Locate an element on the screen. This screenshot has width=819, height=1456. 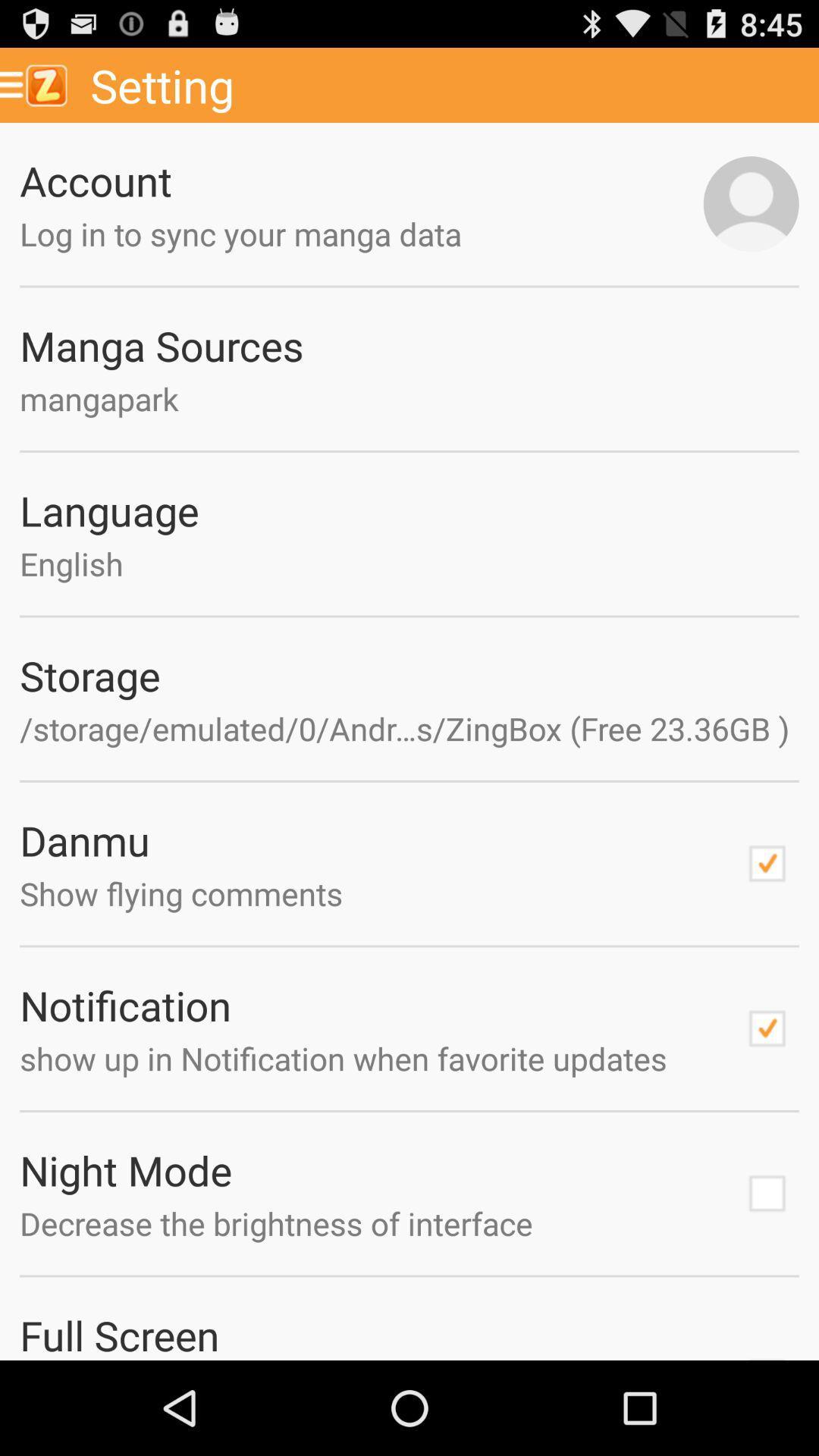
switch damnu option is located at coordinates (767, 864).